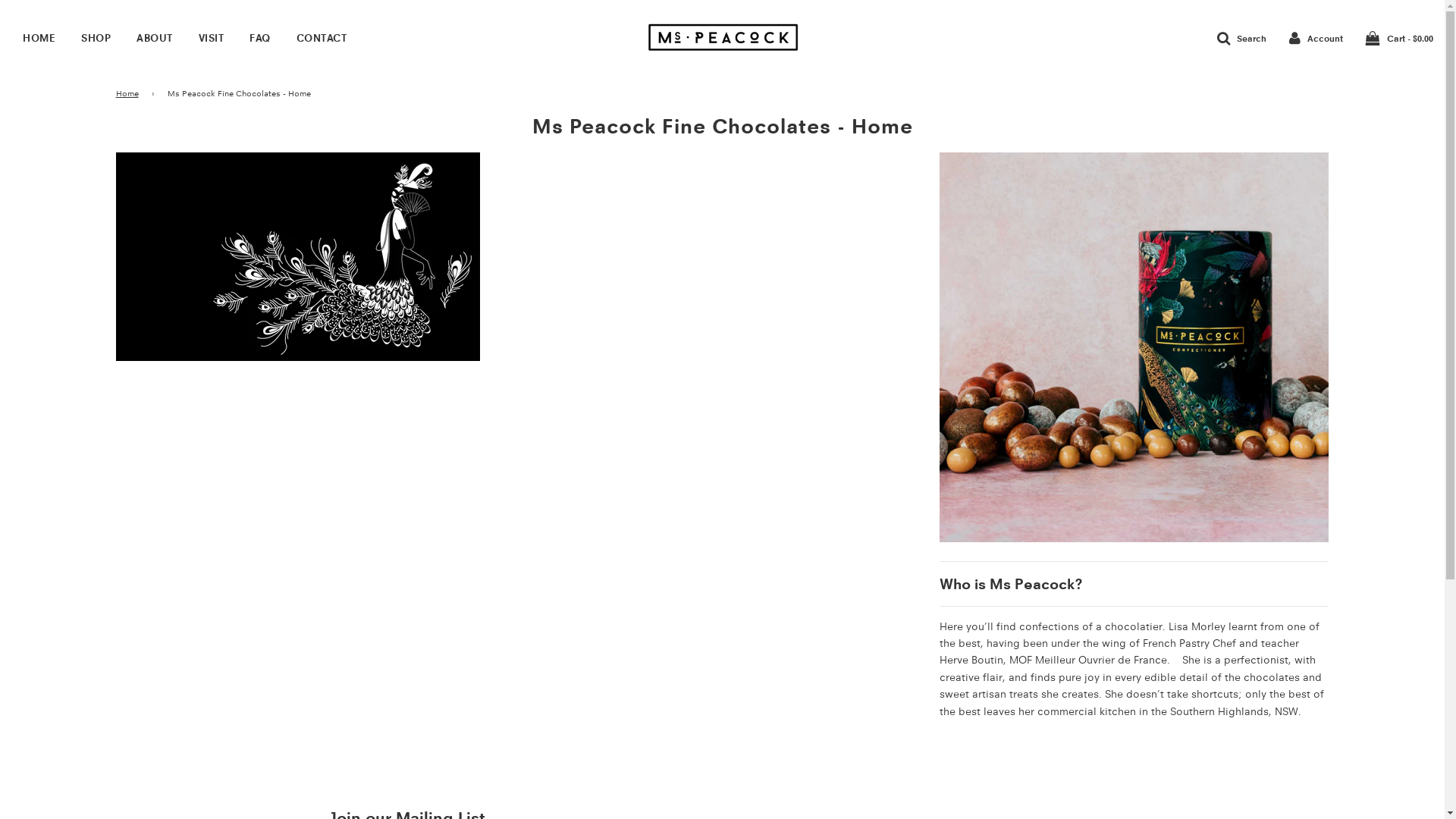 Image resolution: width=1456 pixels, height=819 pixels. Describe the element at coordinates (321, 37) in the screenshot. I see `'CONTACT'` at that location.